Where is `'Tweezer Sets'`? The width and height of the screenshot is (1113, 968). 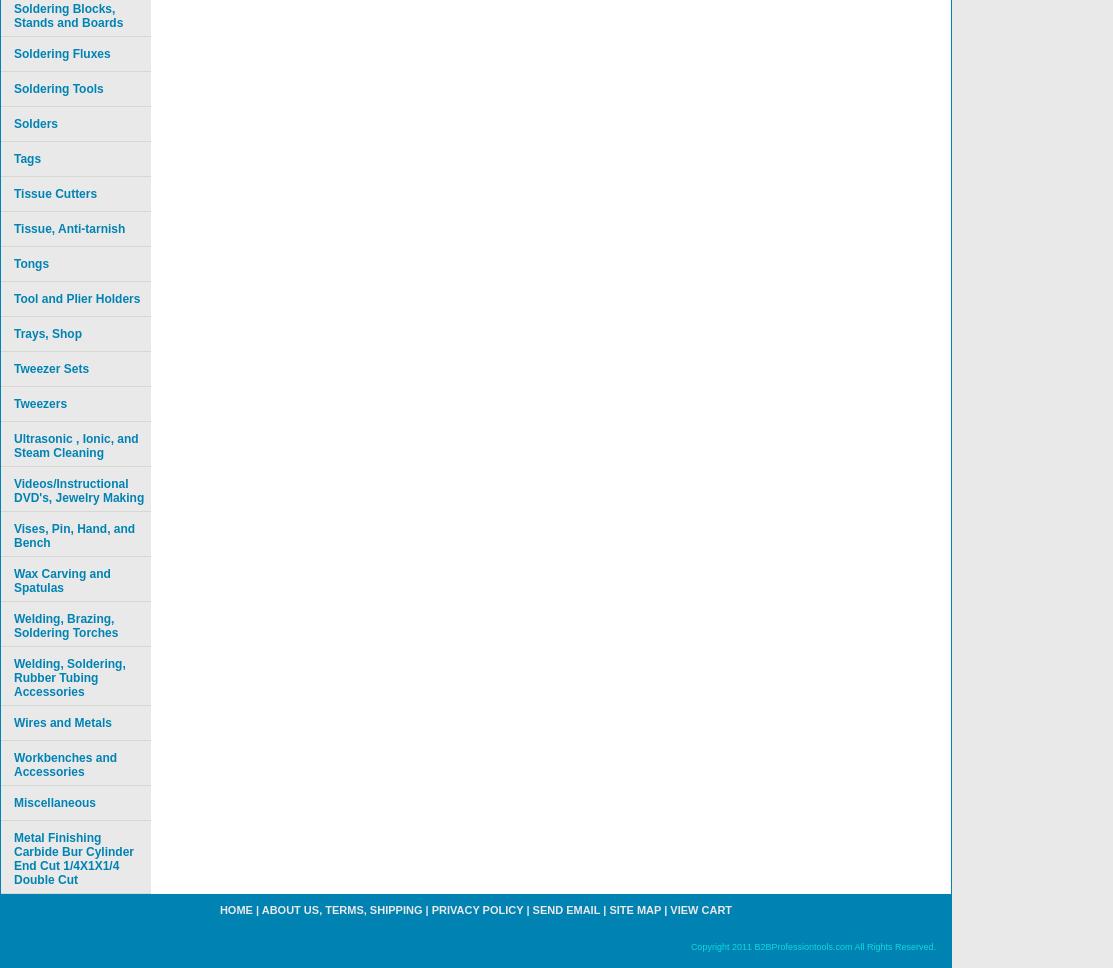 'Tweezer Sets' is located at coordinates (51, 368).